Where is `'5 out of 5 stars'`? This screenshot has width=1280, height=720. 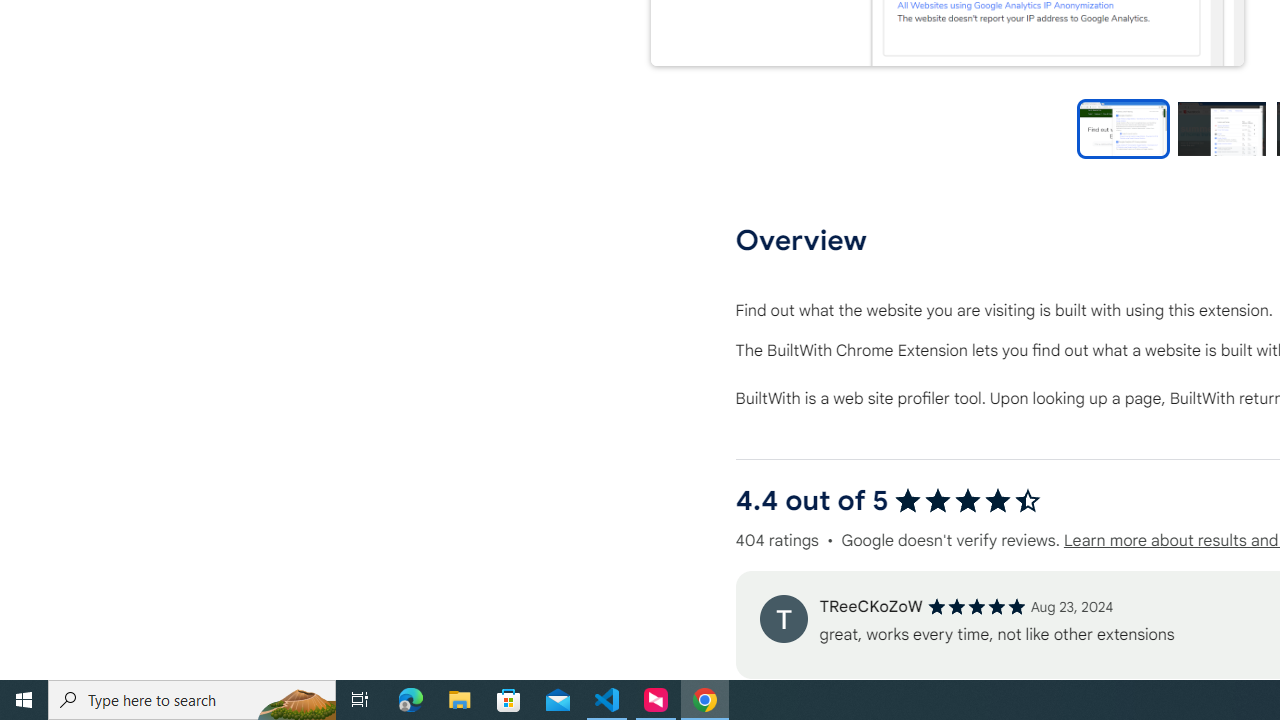 '5 out of 5 stars' is located at coordinates (976, 605).